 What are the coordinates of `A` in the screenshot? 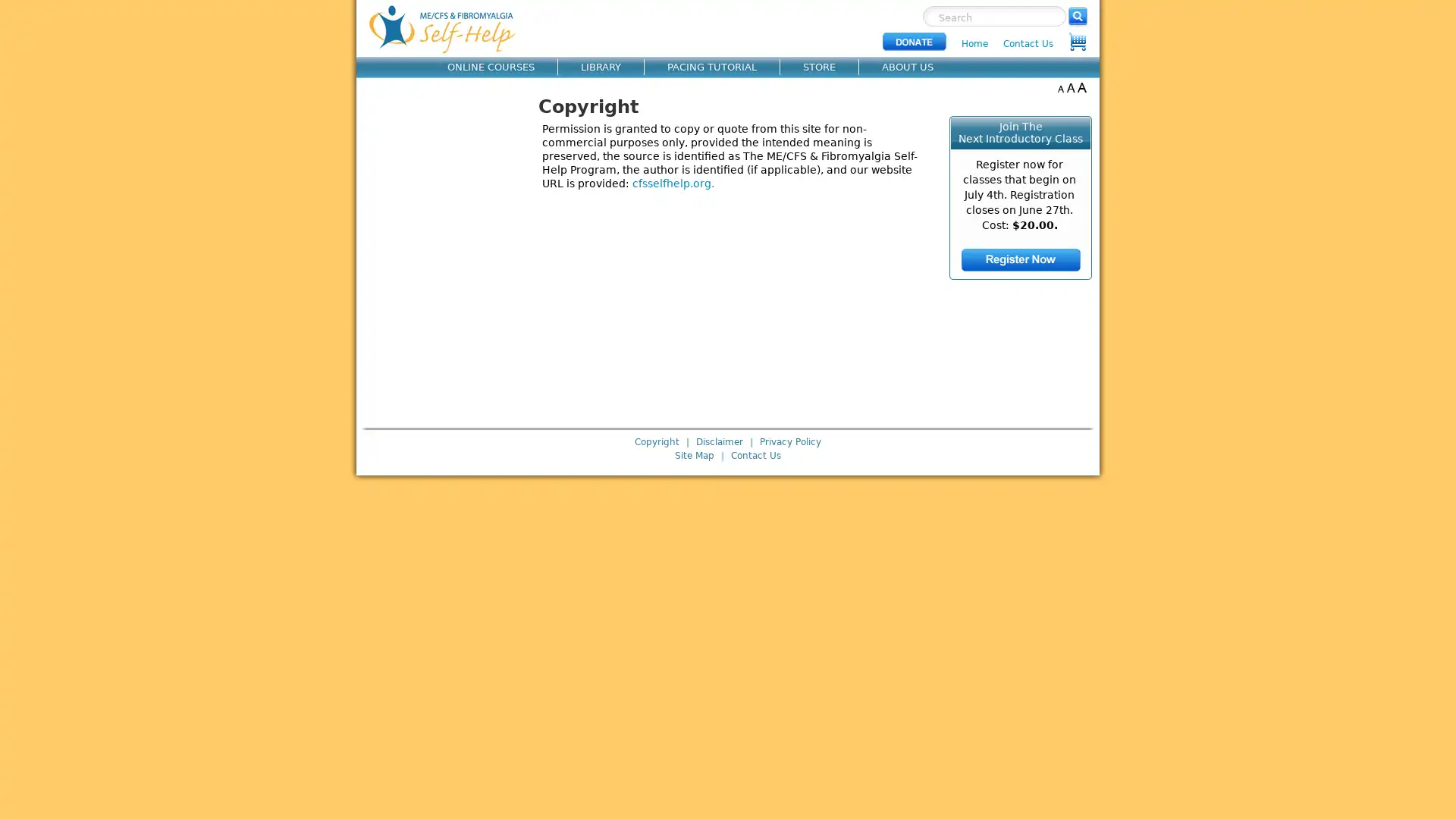 It's located at (1081, 87).